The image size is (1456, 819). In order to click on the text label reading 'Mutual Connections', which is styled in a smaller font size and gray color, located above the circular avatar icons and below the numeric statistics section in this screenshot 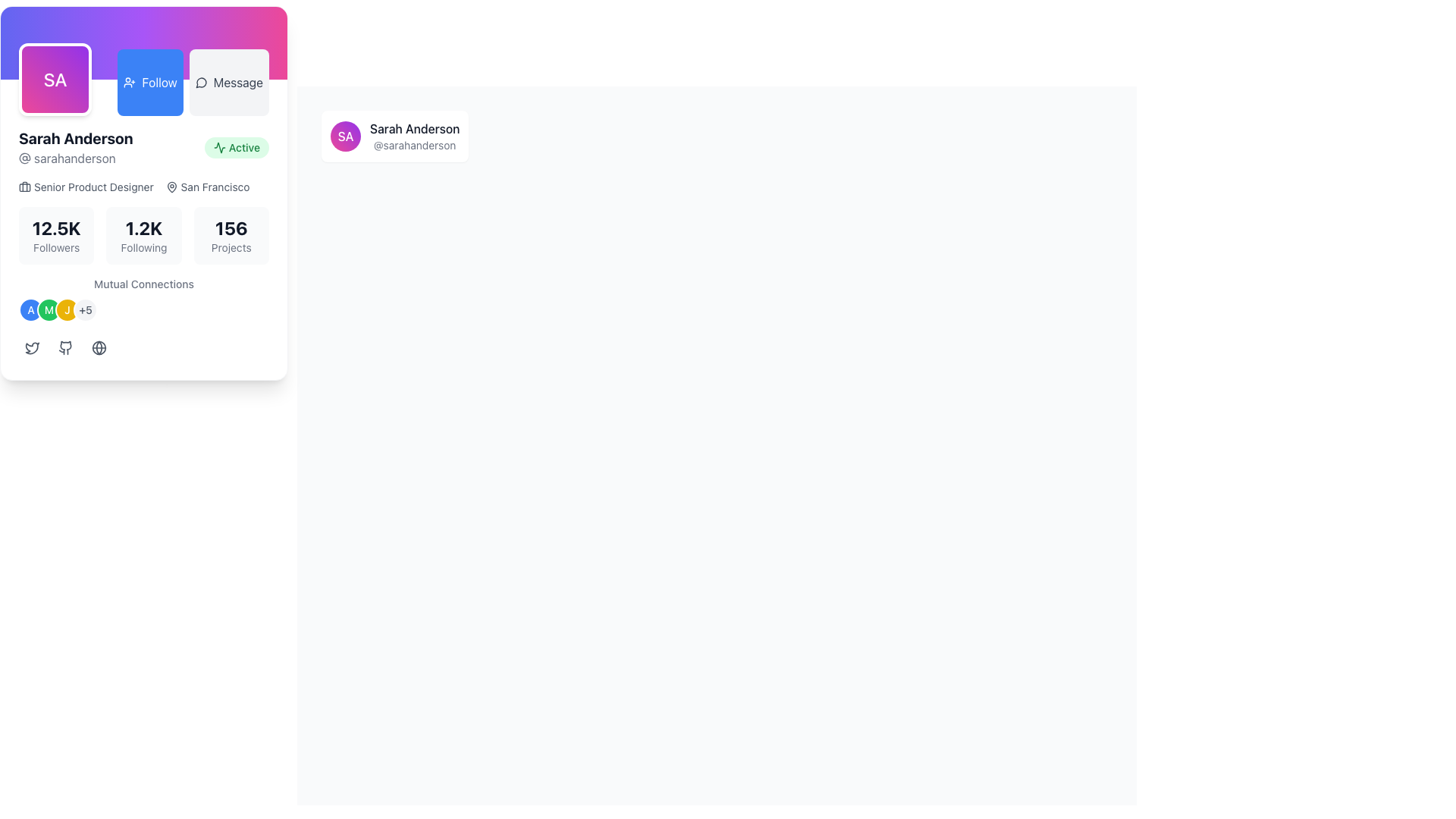, I will do `click(144, 284)`.